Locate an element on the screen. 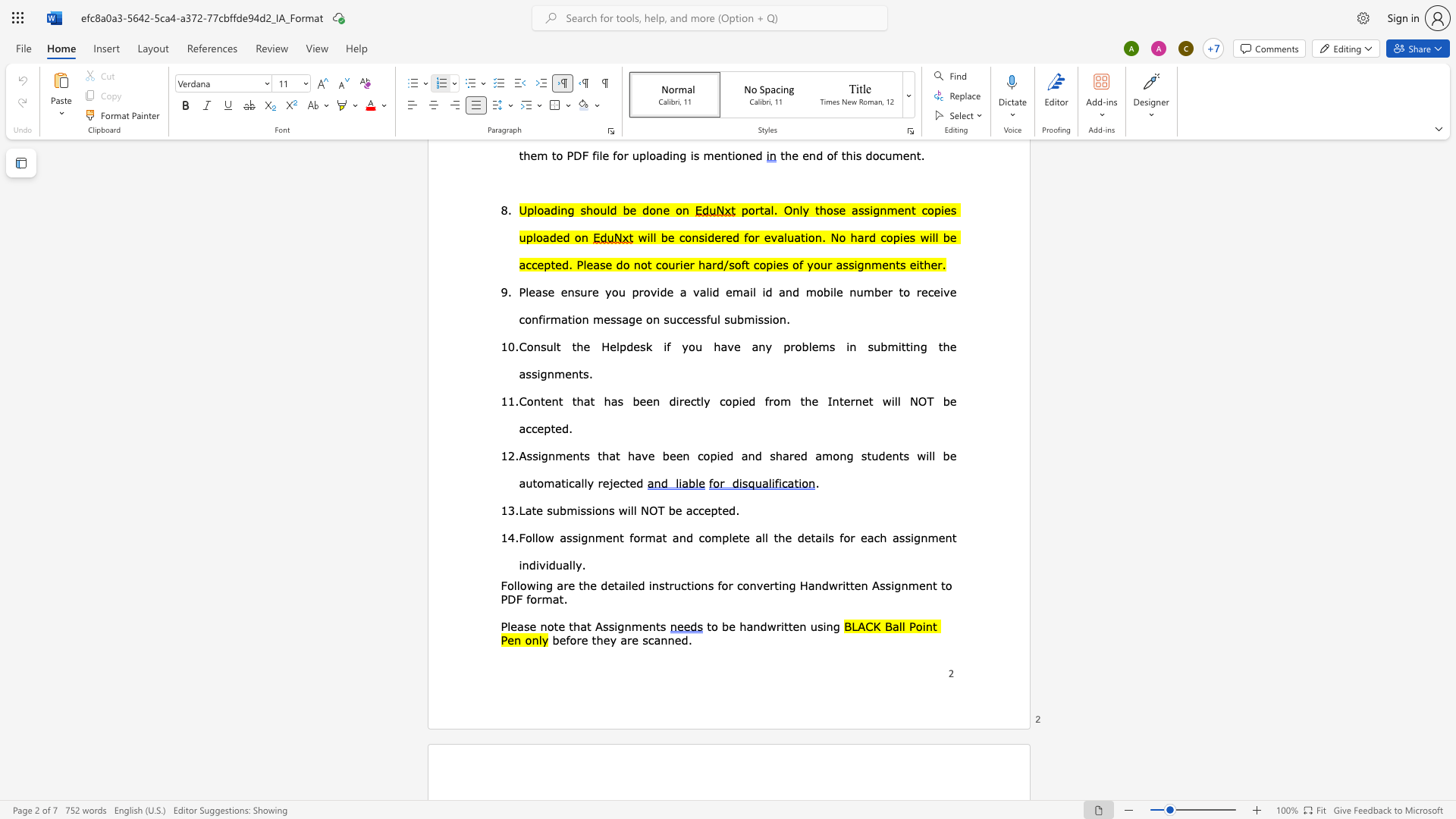 The image size is (1456, 819). the space between the continuous character "v" and "e" in the text is located at coordinates (648, 455).